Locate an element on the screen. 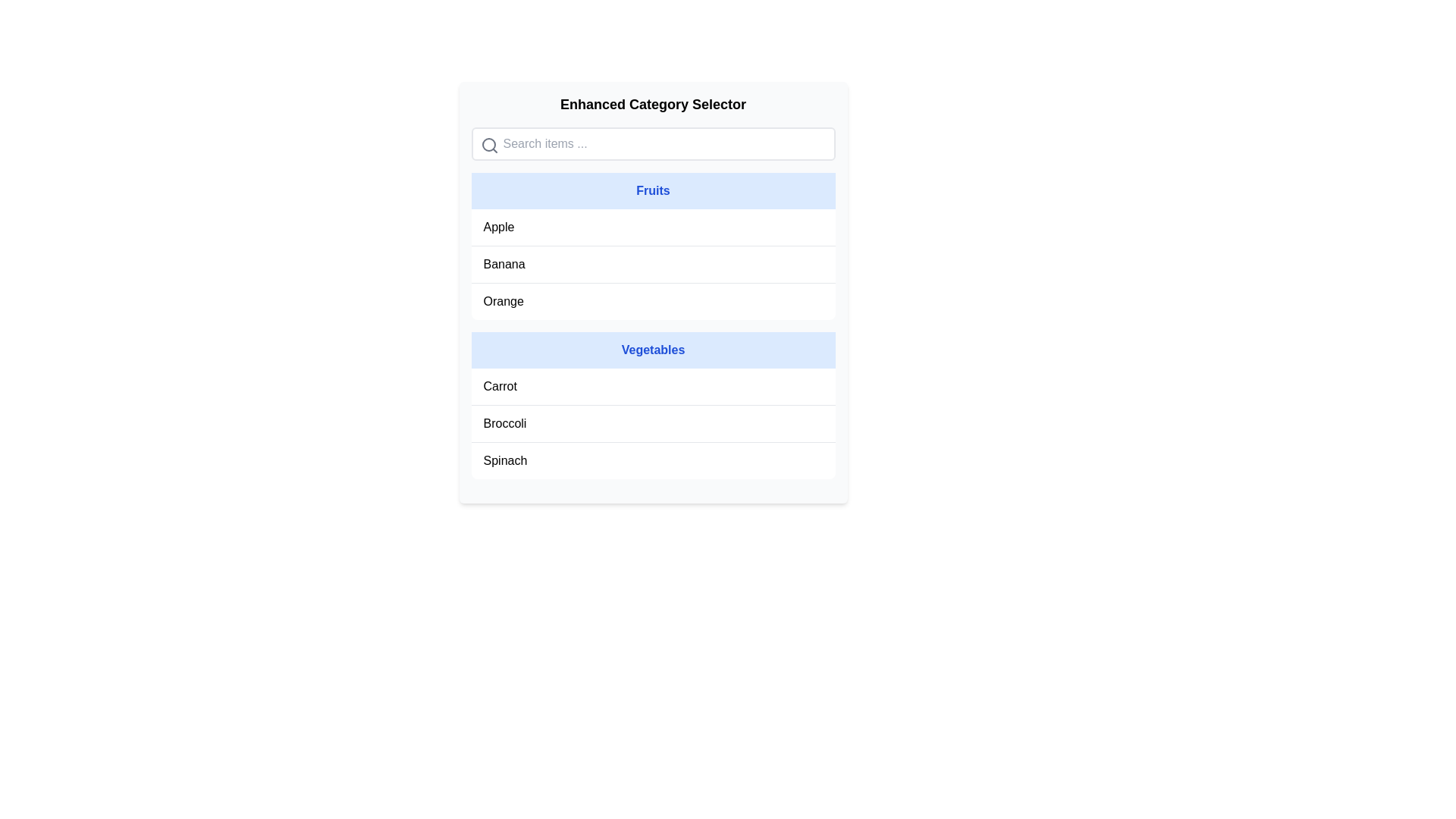  the list item labeled 'Carrot' is located at coordinates (653, 386).